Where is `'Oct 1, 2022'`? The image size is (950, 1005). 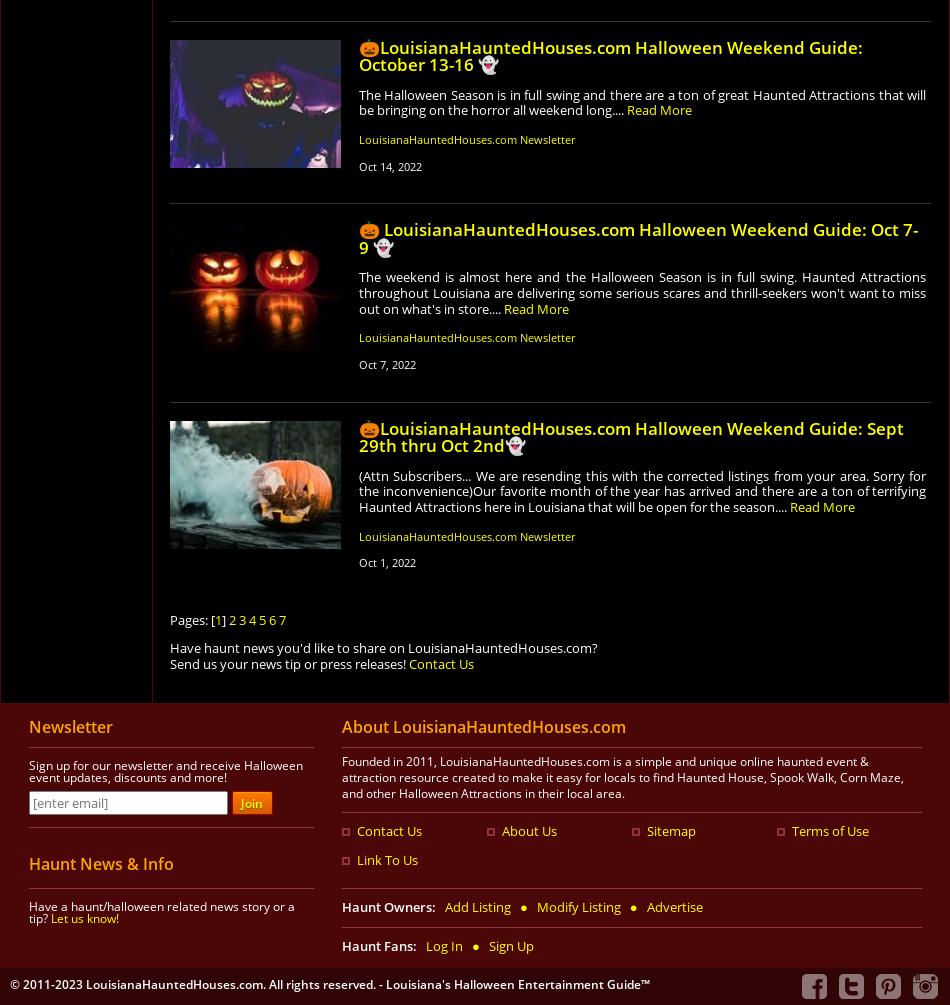
'Oct 1, 2022' is located at coordinates (385, 561).